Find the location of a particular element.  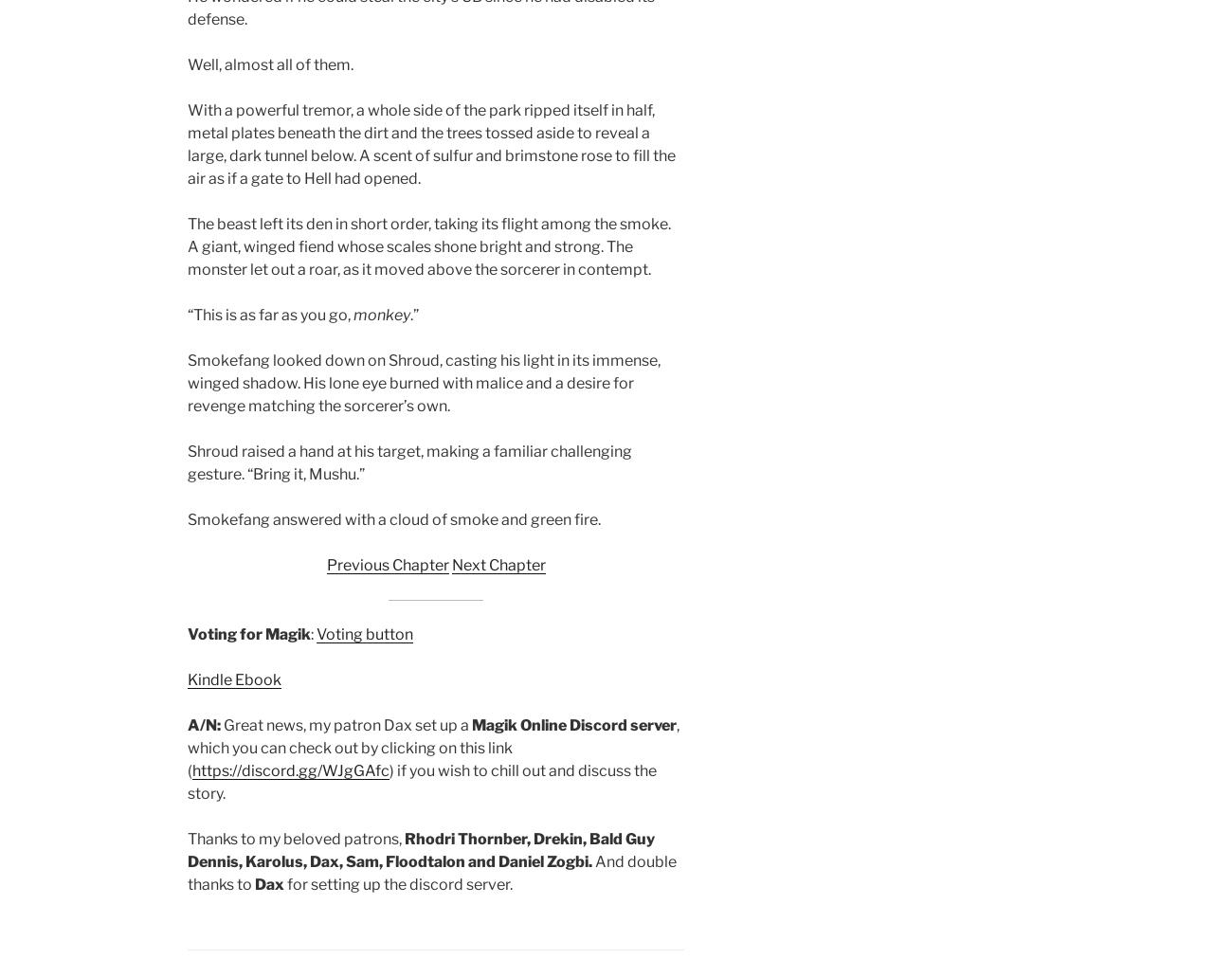

'Voting button' is located at coordinates (315, 634).